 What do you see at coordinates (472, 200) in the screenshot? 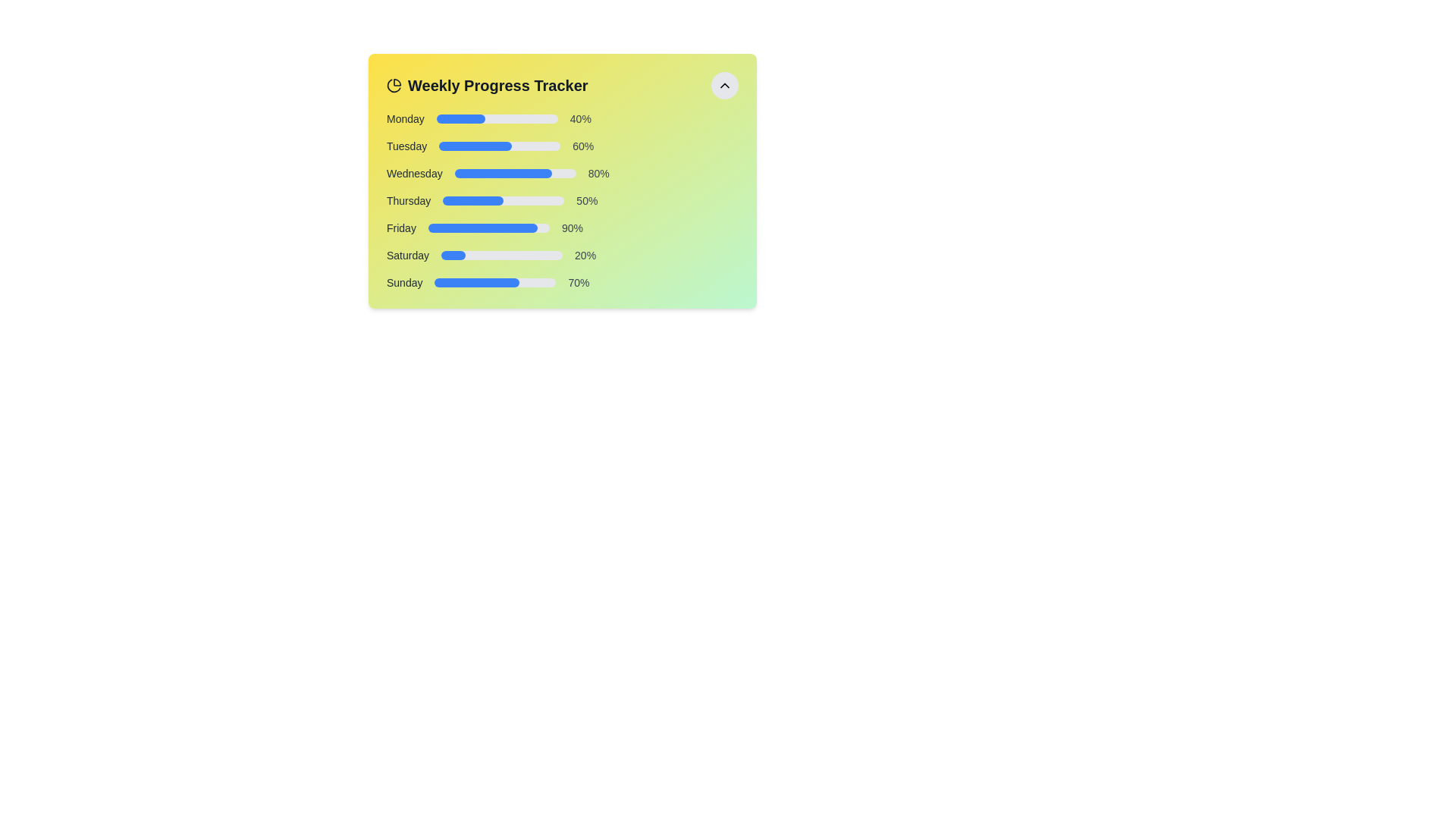
I see `progress bar segment representing 50% progress for Thursday in the weekly progress tracker` at bounding box center [472, 200].